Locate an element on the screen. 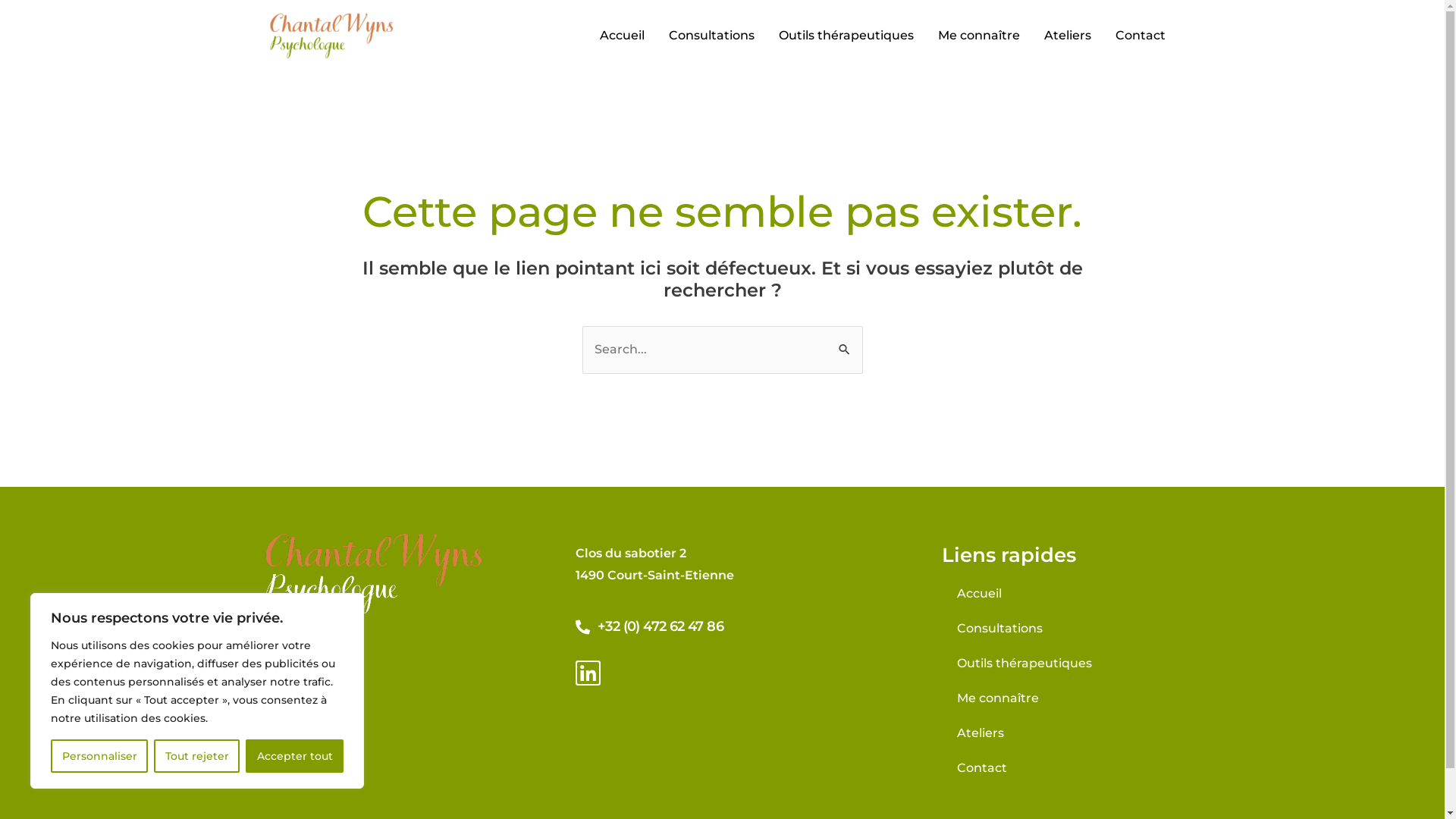  'Rechercher' is located at coordinates (844, 341).